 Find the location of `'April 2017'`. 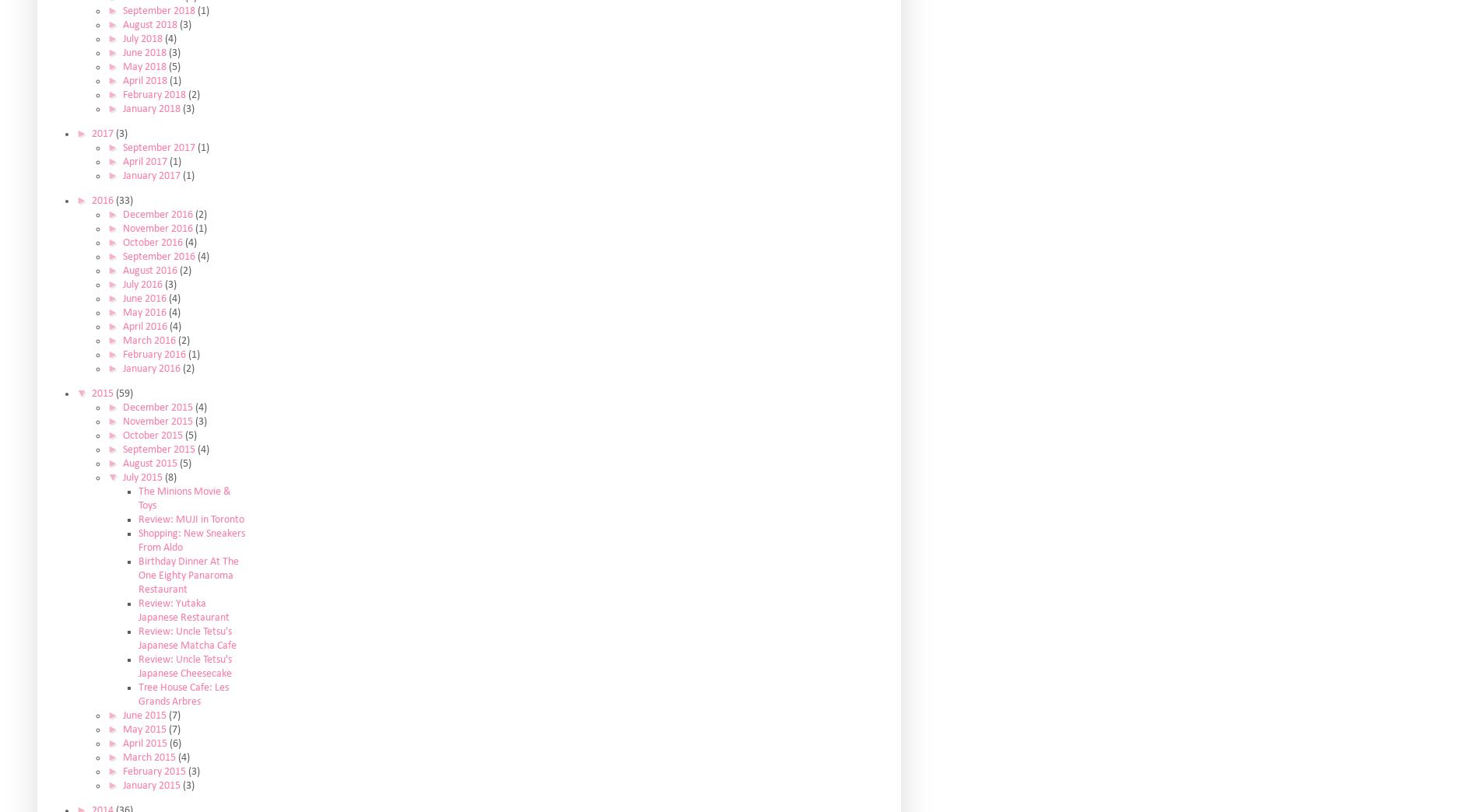

'April 2017' is located at coordinates (144, 161).